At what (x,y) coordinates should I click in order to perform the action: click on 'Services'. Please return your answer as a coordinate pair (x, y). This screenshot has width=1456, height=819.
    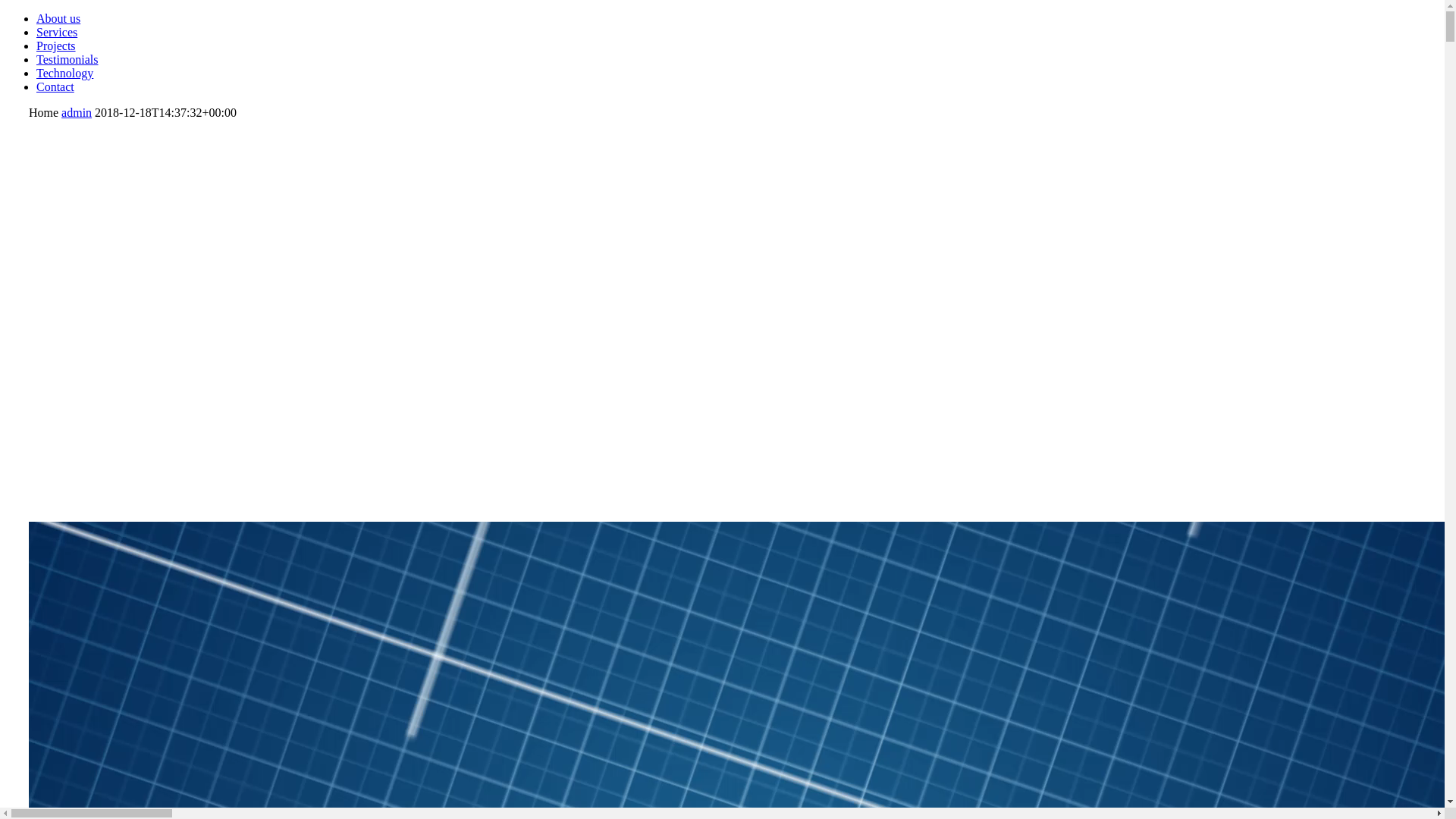
    Looking at the image, I should click on (57, 32).